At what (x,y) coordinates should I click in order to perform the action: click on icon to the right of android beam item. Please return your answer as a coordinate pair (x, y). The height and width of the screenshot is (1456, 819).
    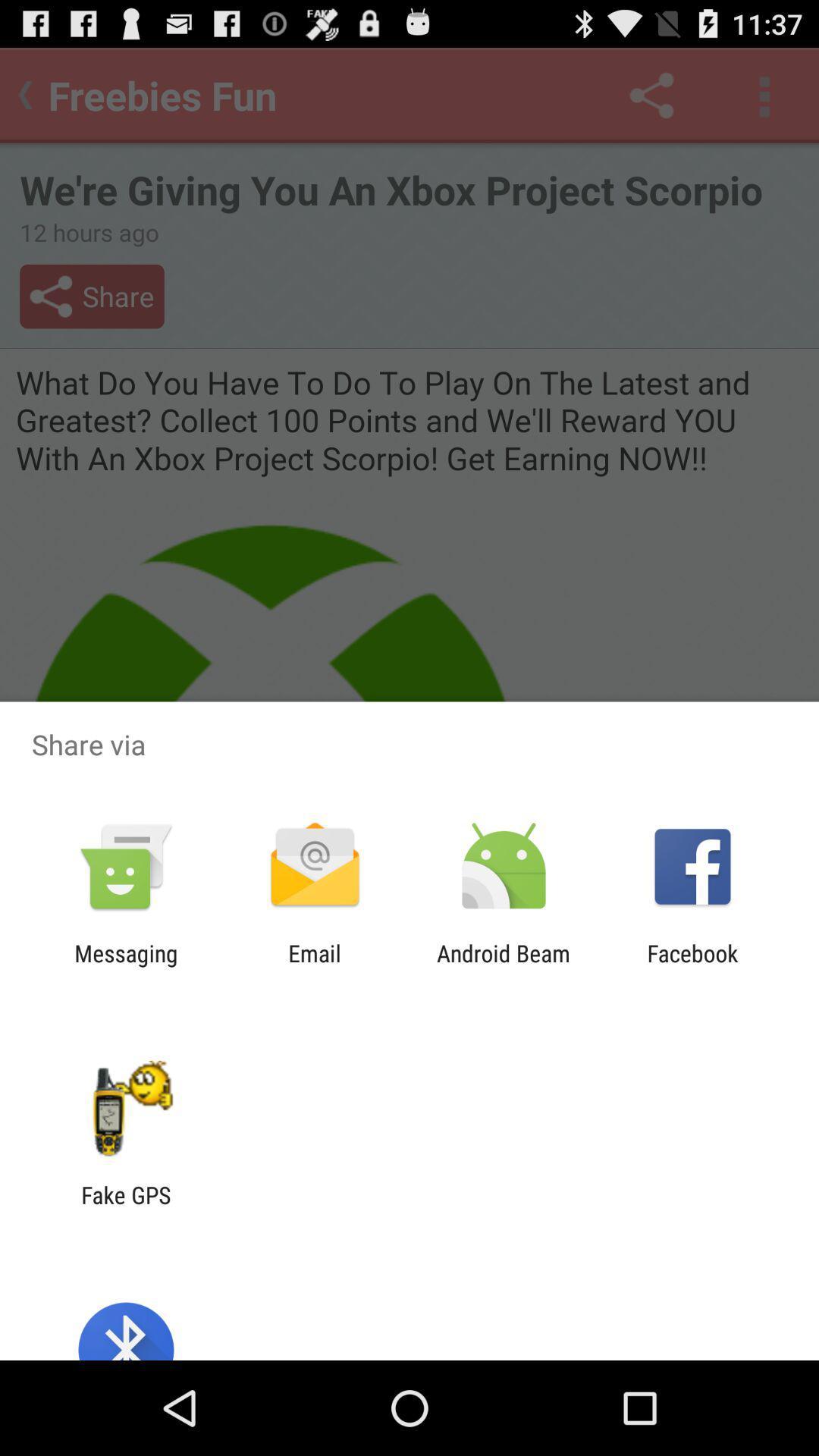
    Looking at the image, I should click on (692, 966).